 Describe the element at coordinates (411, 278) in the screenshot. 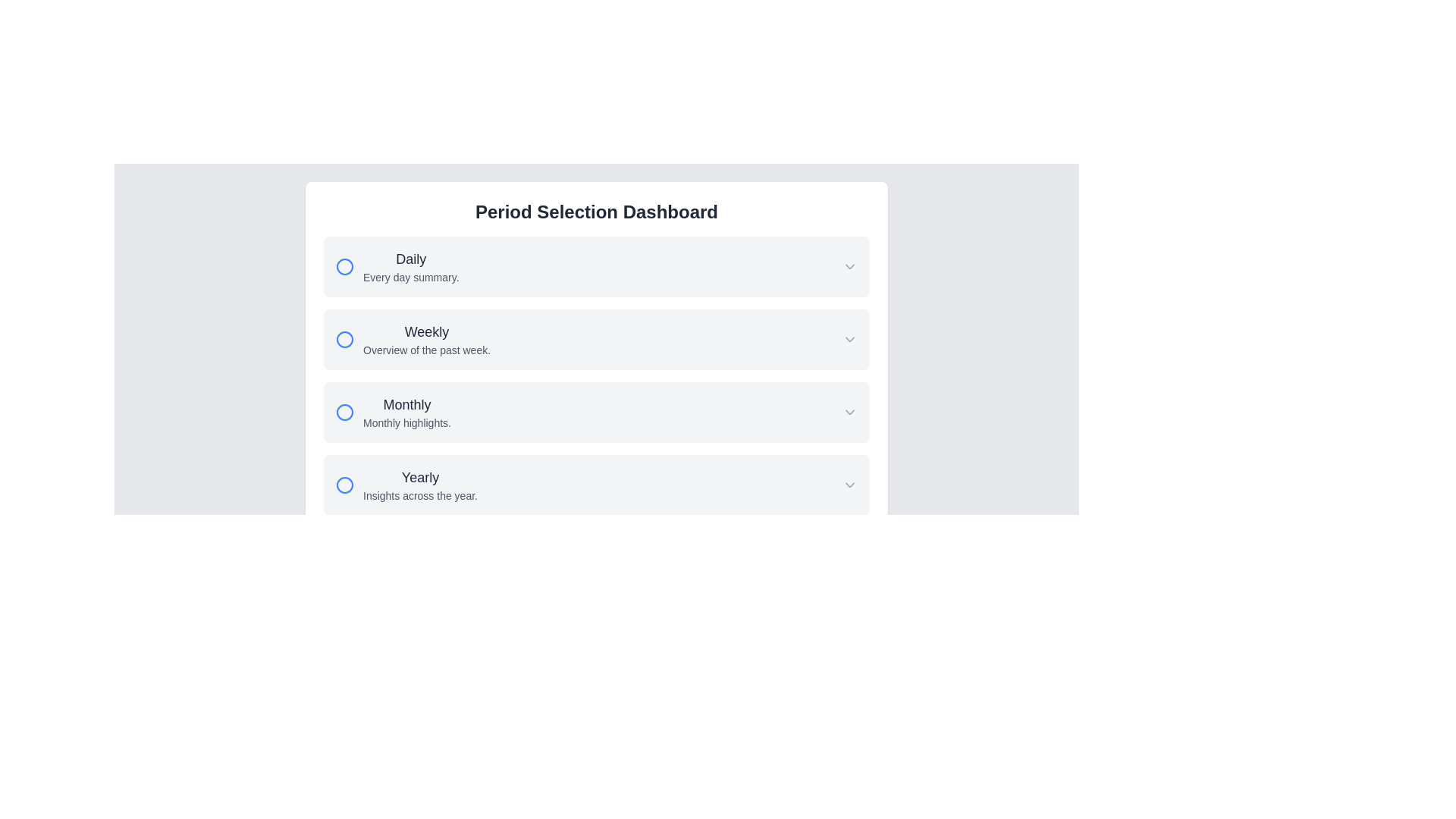

I see `descriptive text label located beneath the 'Daily' selection option in the dashboard to gather information about its purpose` at that location.